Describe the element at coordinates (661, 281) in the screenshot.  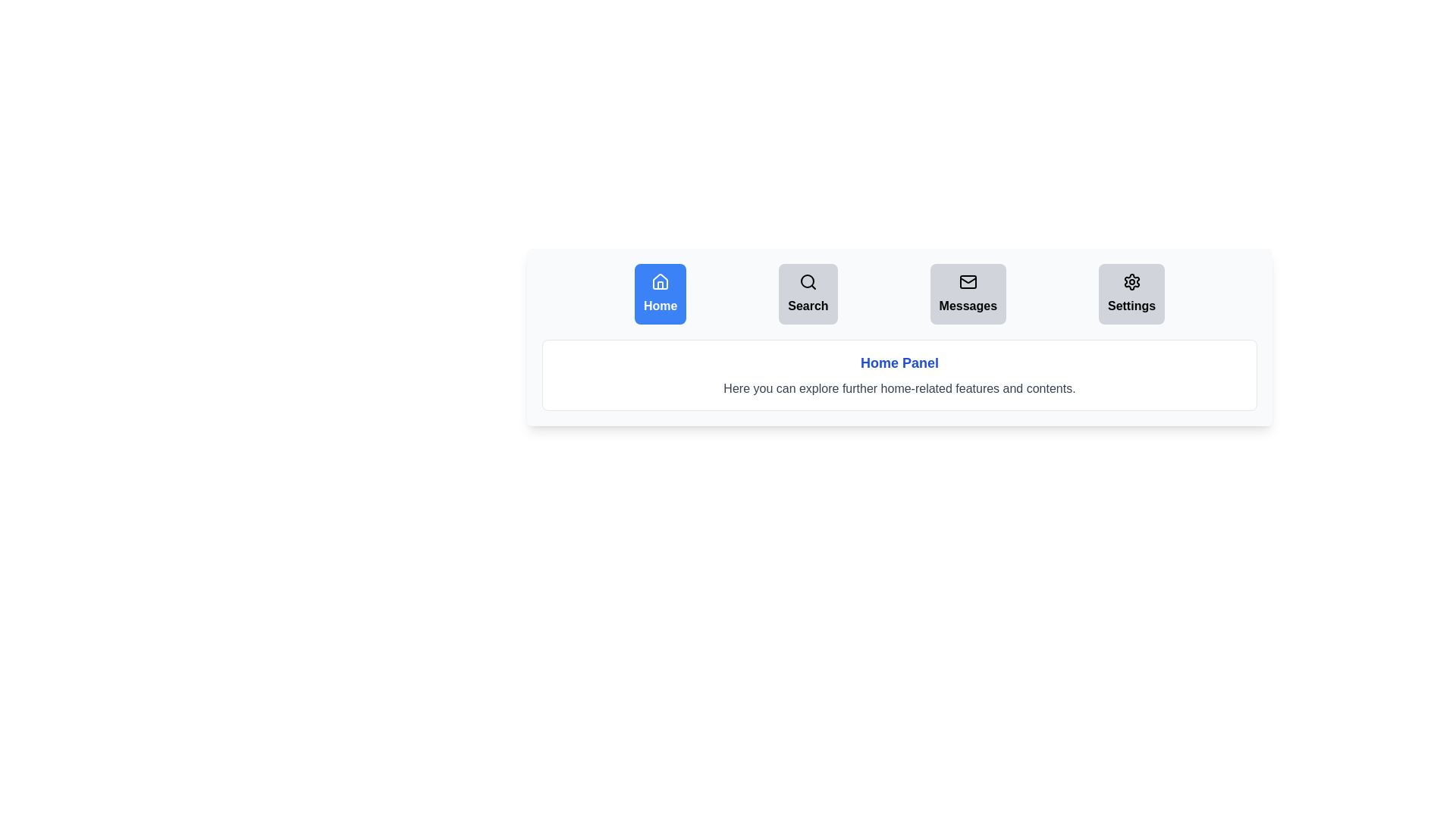
I see `the compact house SVG icon located on the blue background of the 'Home' button in the horizontal menu bar` at that location.